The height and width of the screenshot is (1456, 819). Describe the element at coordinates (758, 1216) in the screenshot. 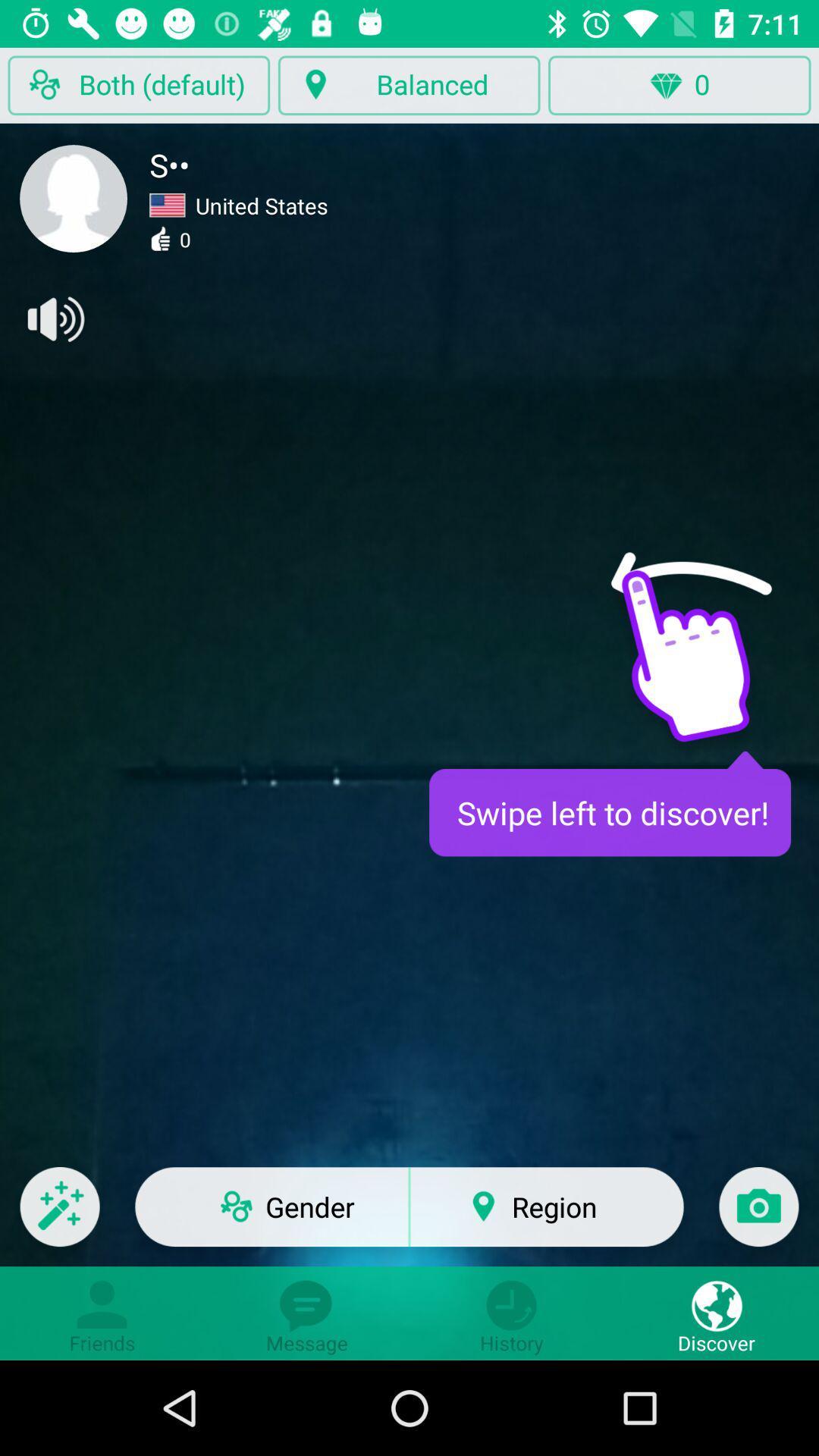

I see `item next to region item` at that location.